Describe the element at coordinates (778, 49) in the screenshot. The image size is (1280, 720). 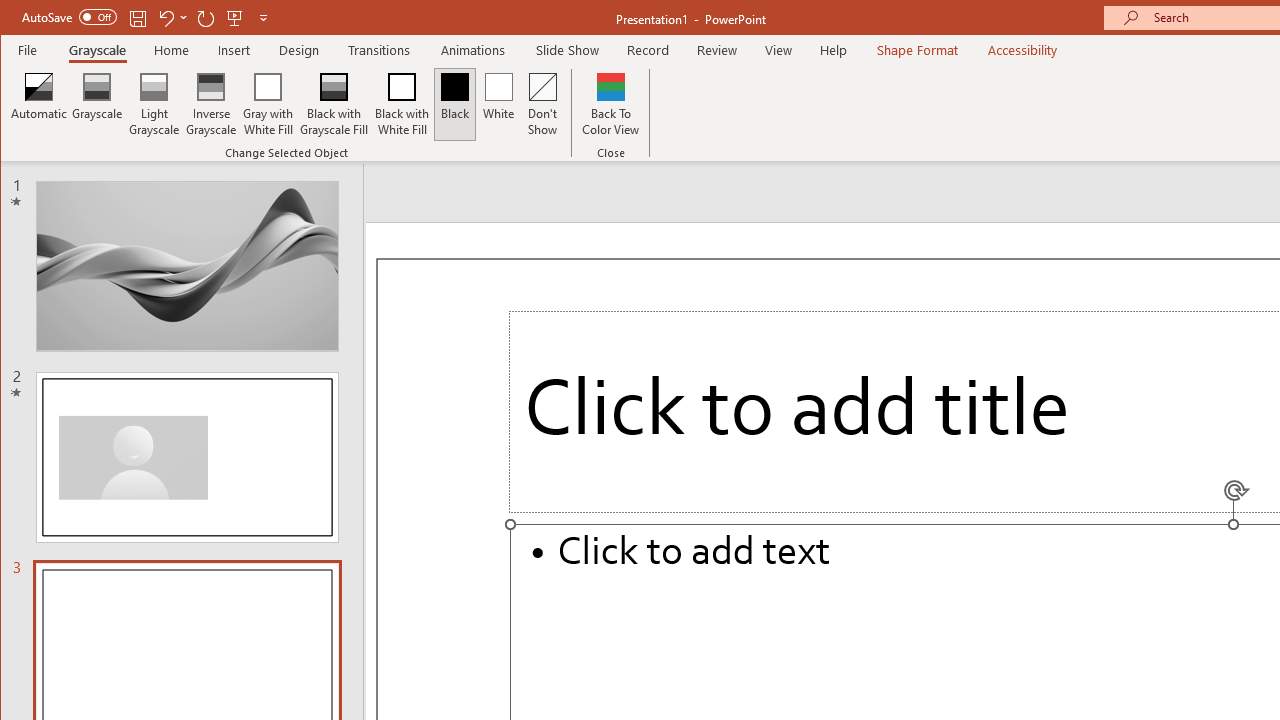
I see `'View'` at that location.